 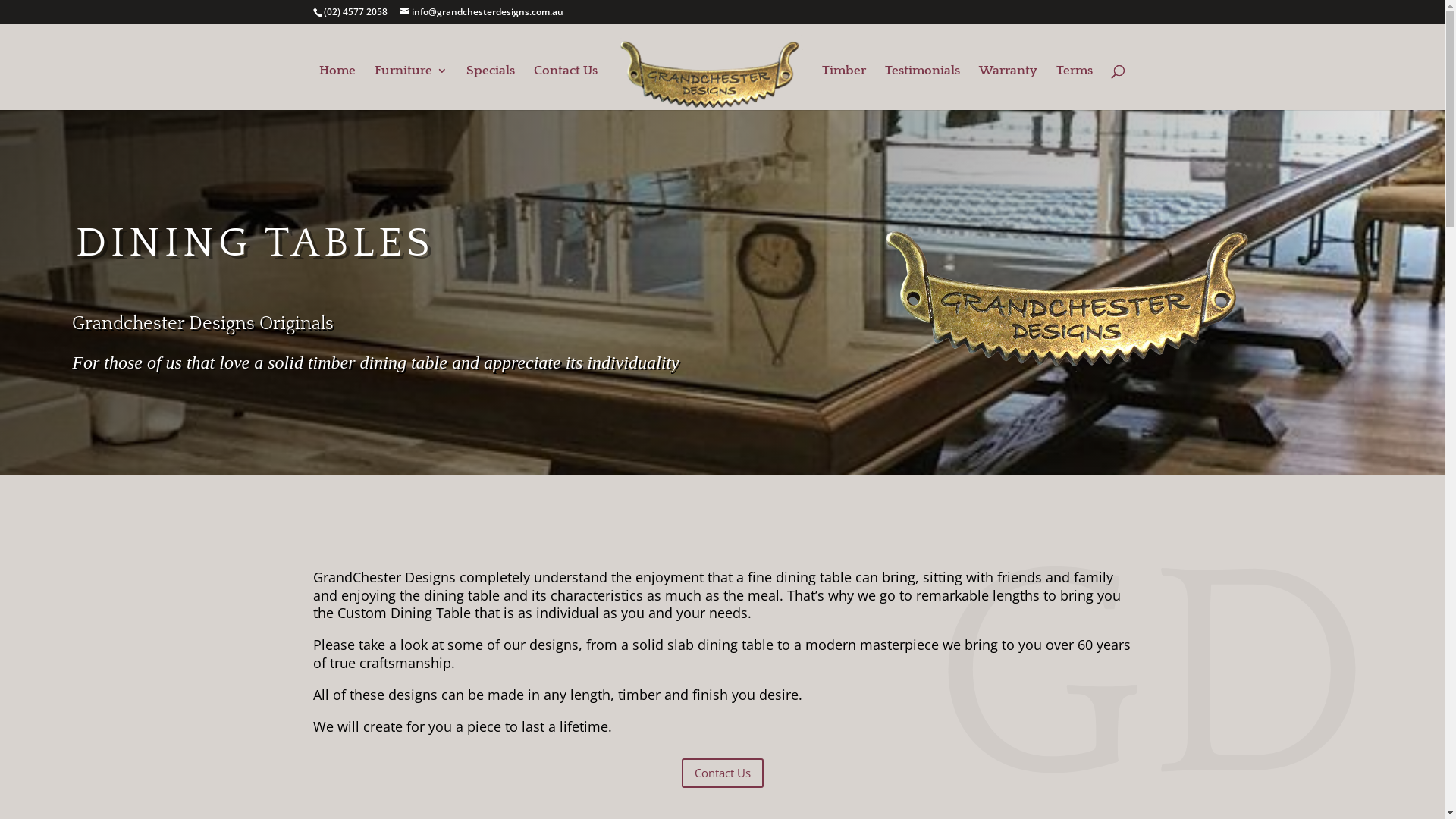 What do you see at coordinates (337, 87) in the screenshot?
I see `'Home'` at bounding box center [337, 87].